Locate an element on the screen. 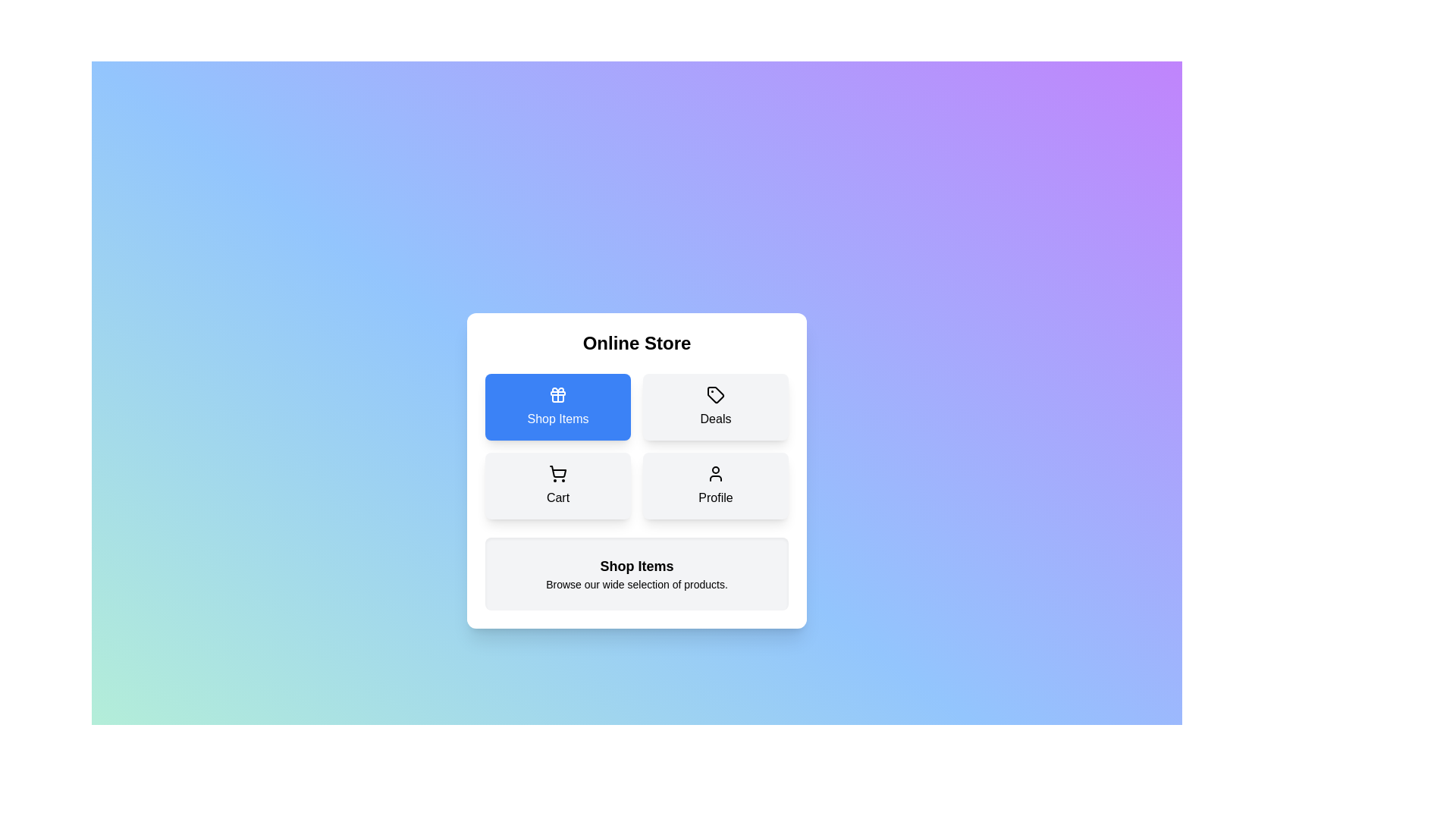 The width and height of the screenshot is (1456, 819). the tab Cart by clicking on its respective button is located at coordinates (557, 485).